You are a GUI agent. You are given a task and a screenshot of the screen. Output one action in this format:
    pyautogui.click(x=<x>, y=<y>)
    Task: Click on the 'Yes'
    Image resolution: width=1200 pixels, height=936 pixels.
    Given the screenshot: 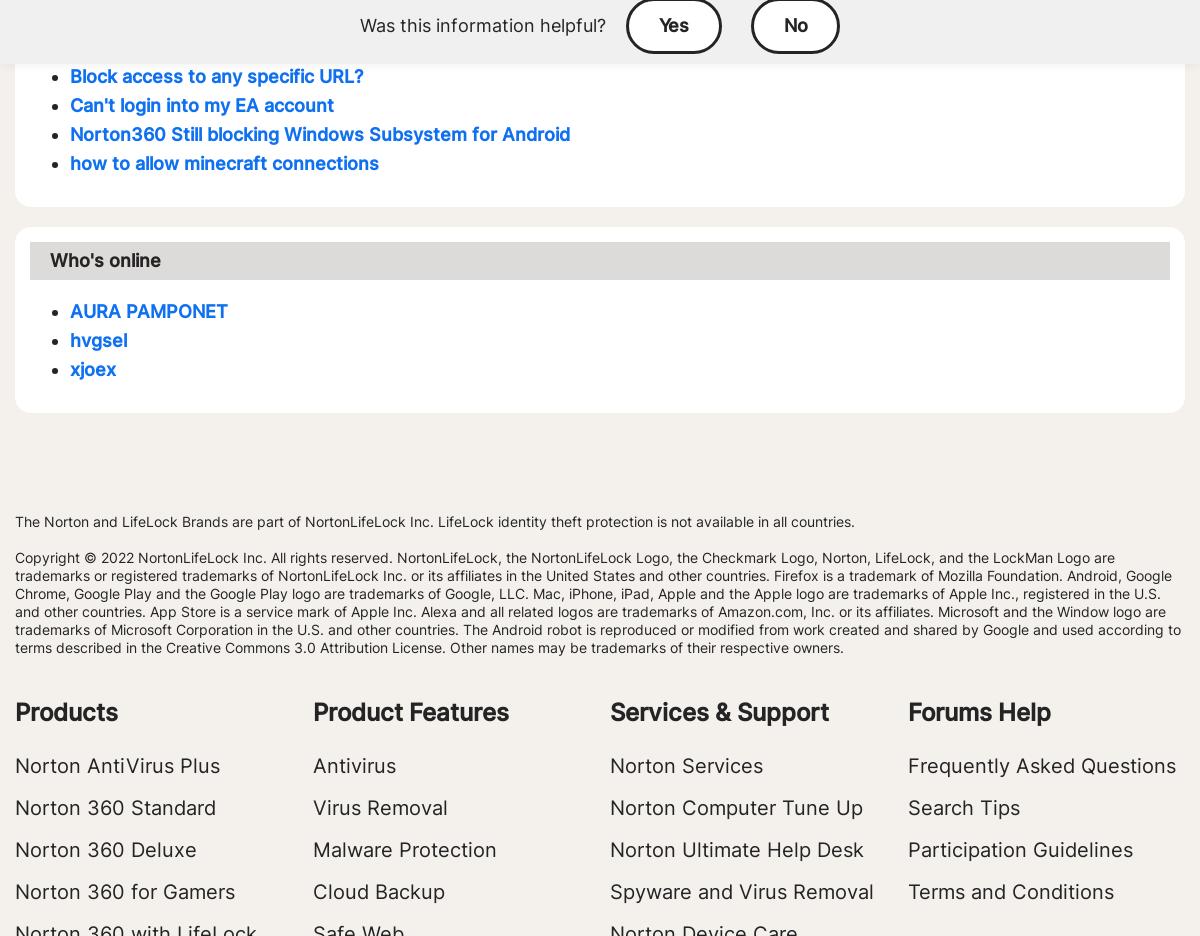 What is the action you would take?
    pyautogui.click(x=672, y=24)
    